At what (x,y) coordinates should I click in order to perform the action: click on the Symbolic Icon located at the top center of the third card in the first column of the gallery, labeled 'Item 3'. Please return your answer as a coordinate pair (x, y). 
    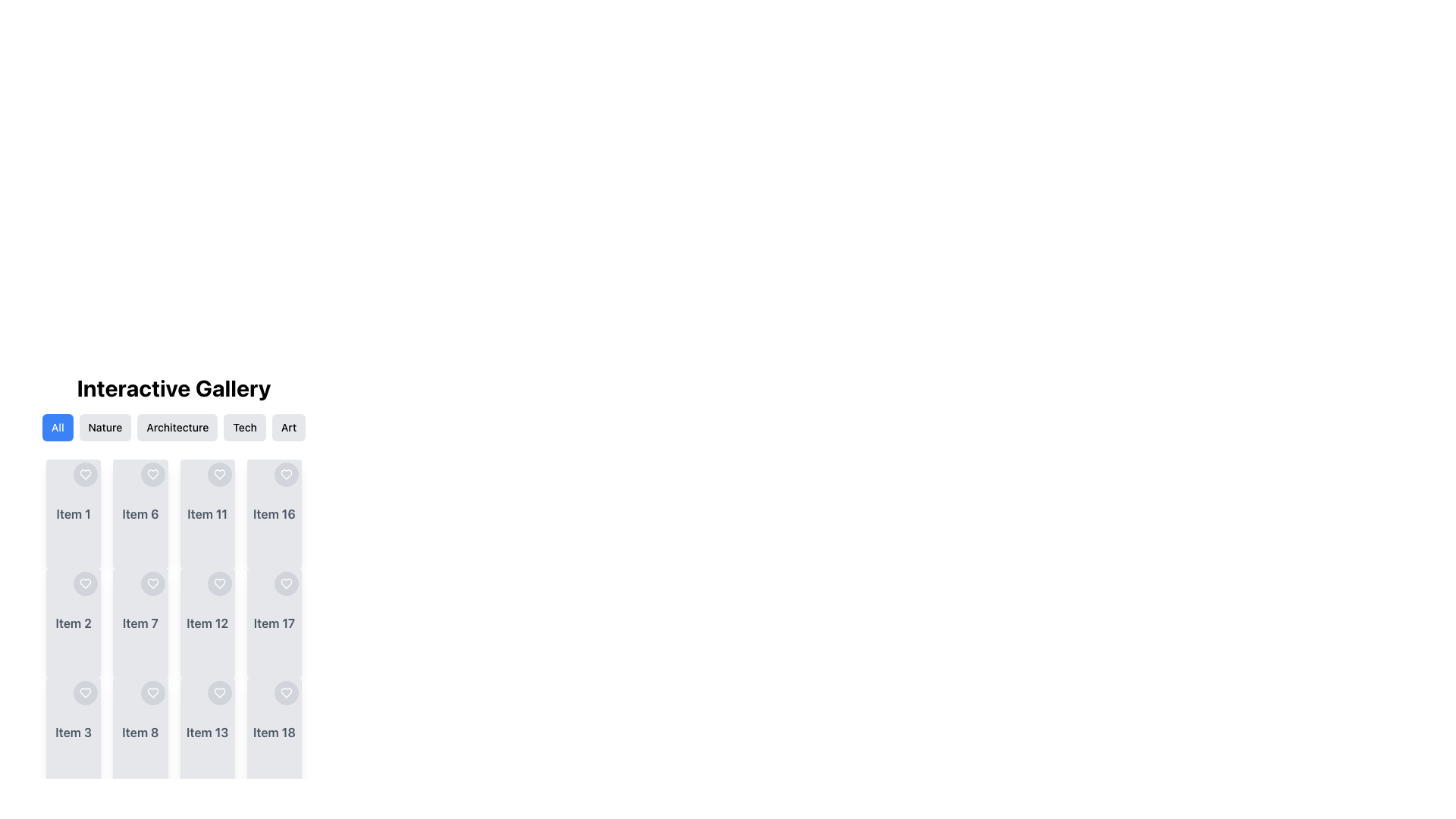
    Looking at the image, I should click on (85, 693).